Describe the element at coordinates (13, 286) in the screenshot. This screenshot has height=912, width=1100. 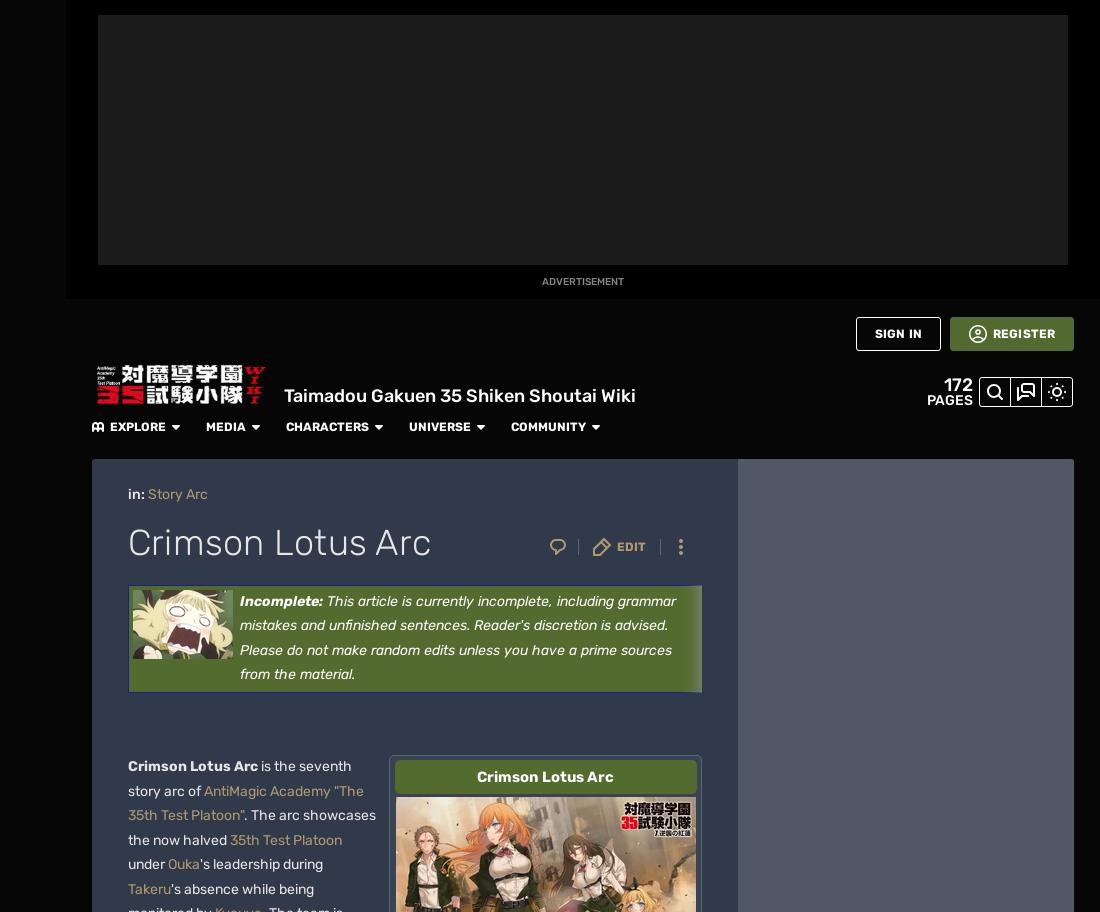
I see `'Games'` at that location.